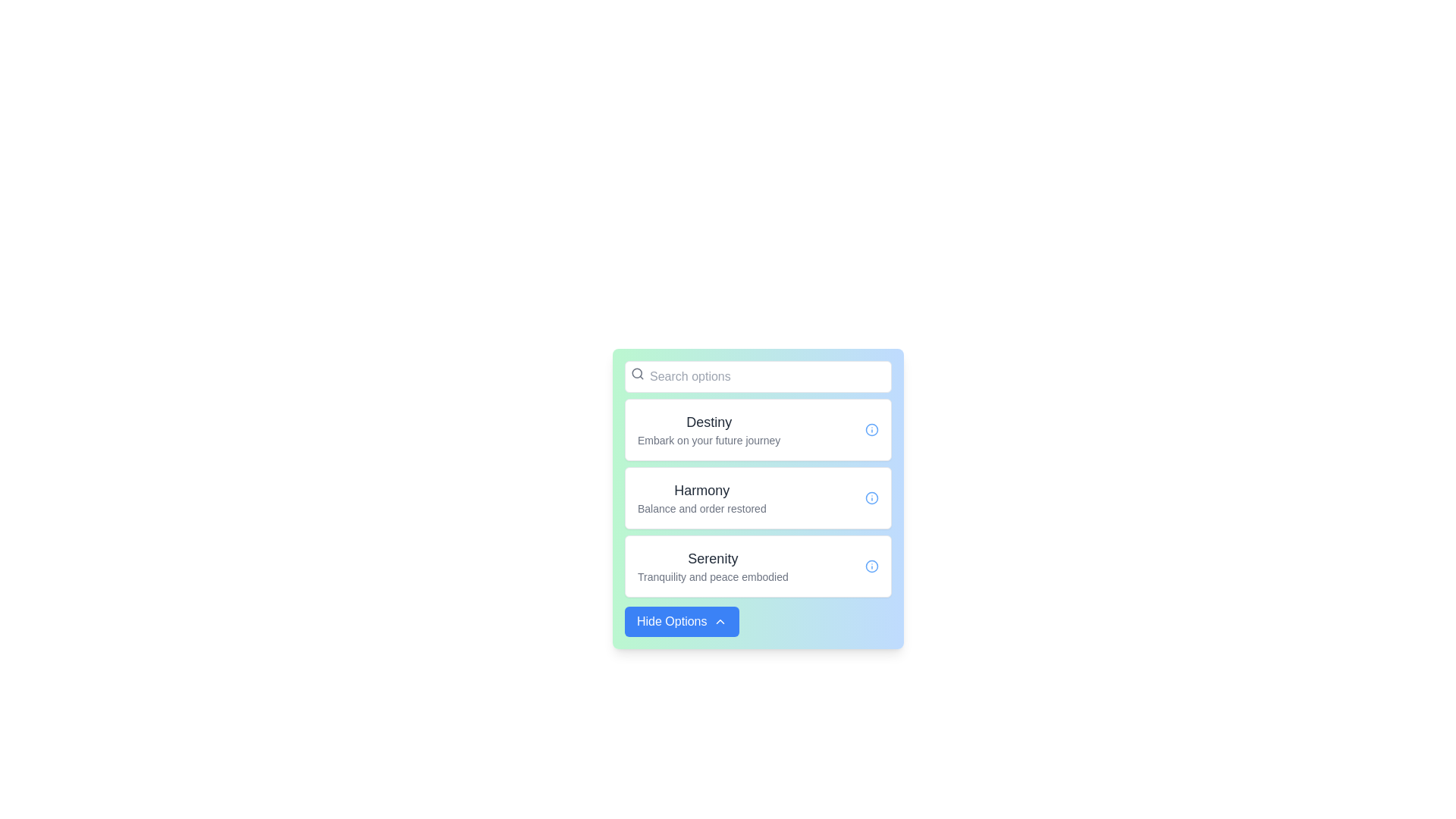  Describe the element at coordinates (872, 430) in the screenshot. I see `the information indicator icon located in the top-right corner of the 'Destiny' option card` at that location.